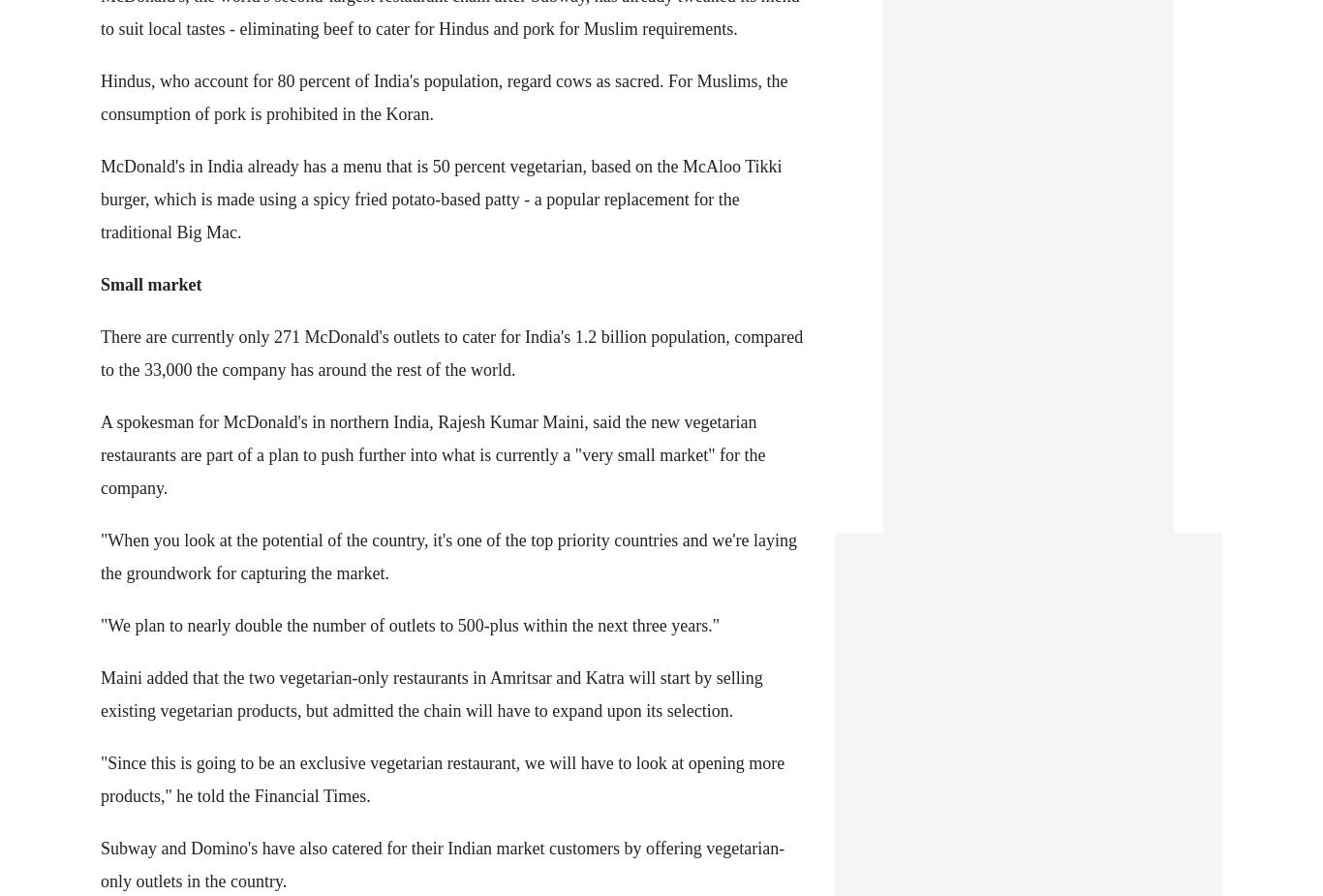  I want to click on '"Since this is going to be an exclusive vegetarian restaurant, we will have to look at opening more products," he told the Financial Times.', so click(443, 779).